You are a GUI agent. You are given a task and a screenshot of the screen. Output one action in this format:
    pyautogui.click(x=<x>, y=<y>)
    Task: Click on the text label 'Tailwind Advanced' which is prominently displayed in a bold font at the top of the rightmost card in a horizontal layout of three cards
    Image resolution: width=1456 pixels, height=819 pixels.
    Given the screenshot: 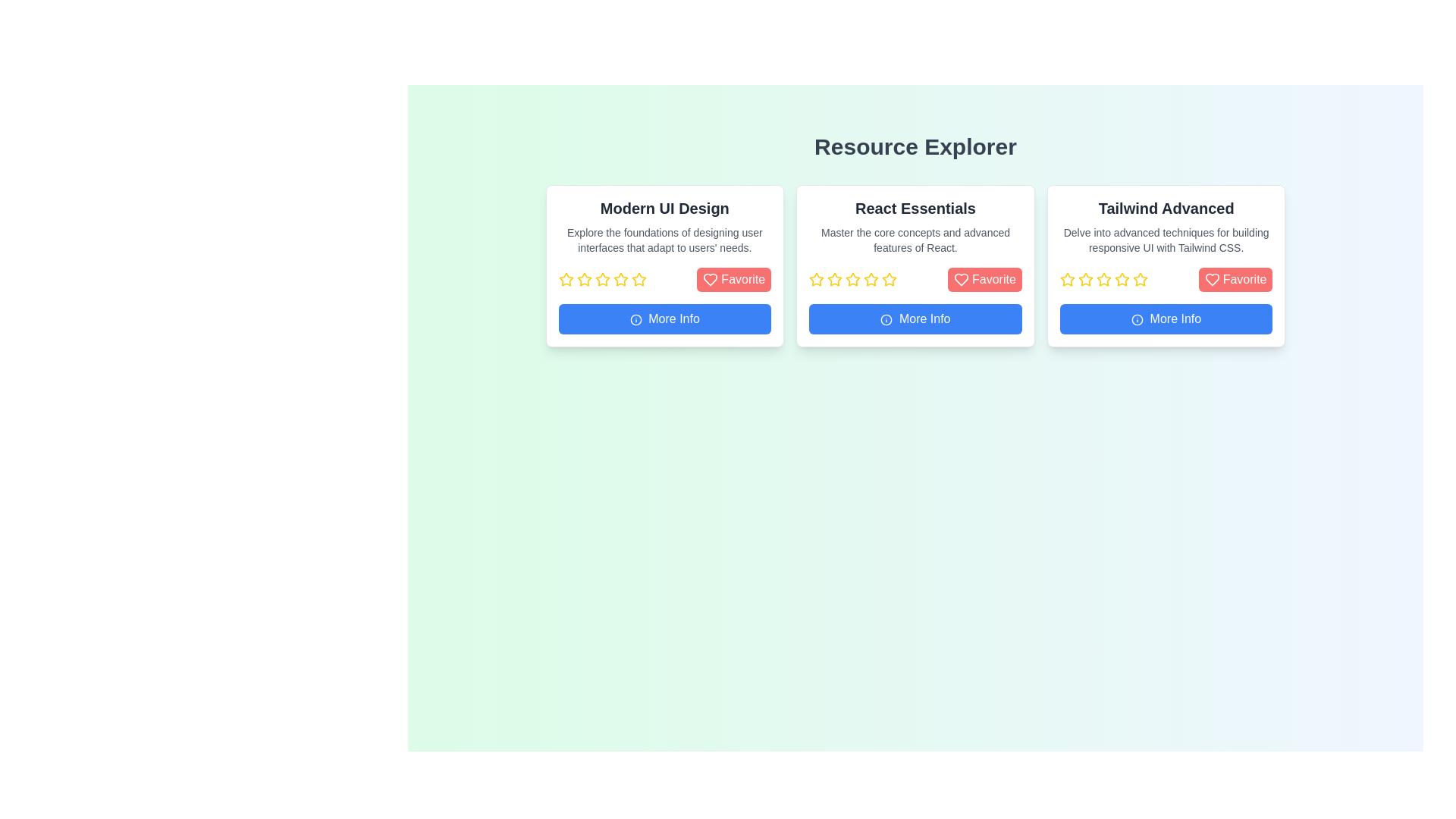 What is the action you would take?
    pyautogui.click(x=1166, y=208)
    